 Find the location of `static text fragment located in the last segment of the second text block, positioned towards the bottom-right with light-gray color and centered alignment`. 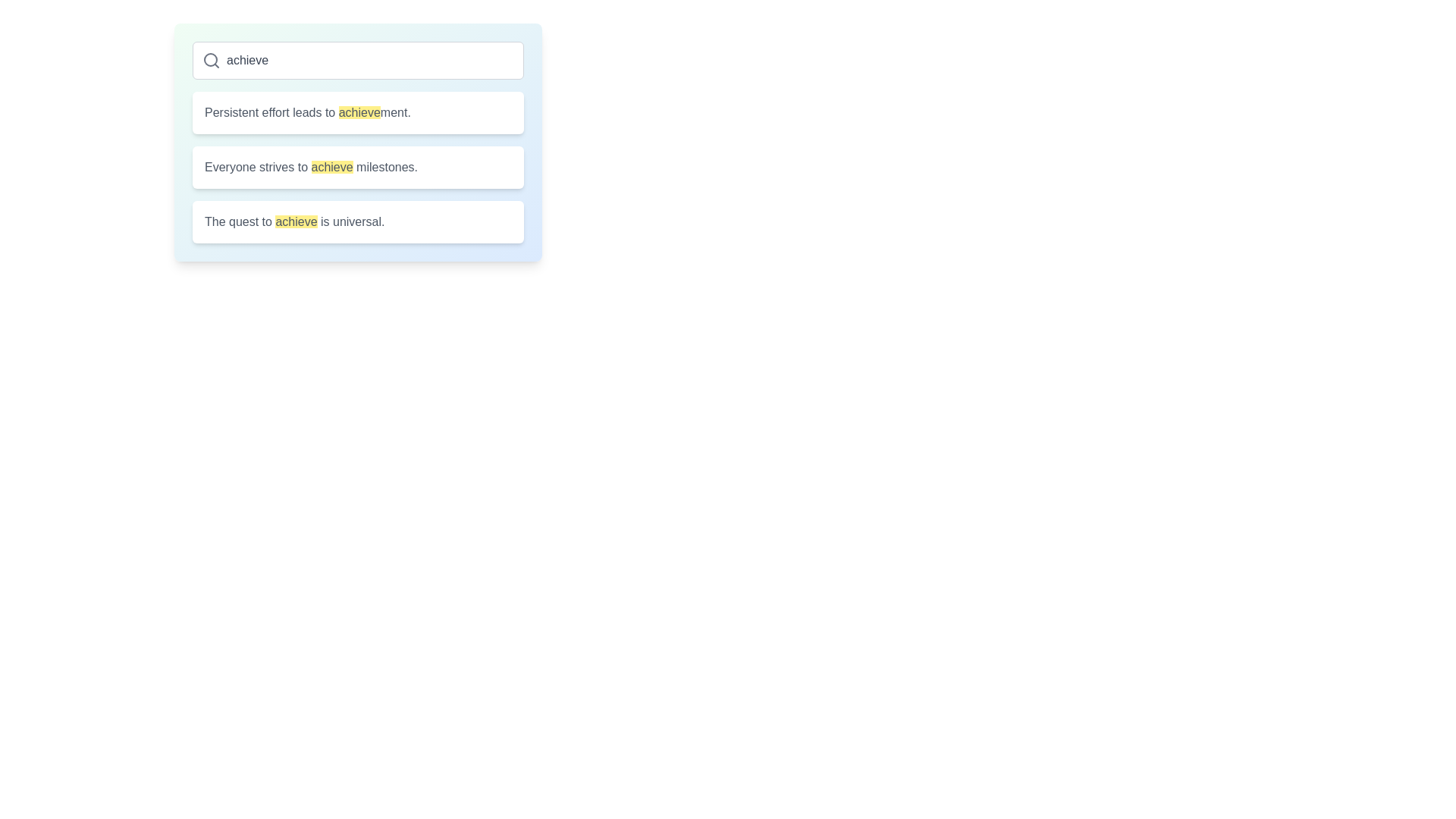

static text fragment located in the last segment of the second text block, positioned towards the bottom-right with light-gray color and centered alignment is located at coordinates (385, 167).